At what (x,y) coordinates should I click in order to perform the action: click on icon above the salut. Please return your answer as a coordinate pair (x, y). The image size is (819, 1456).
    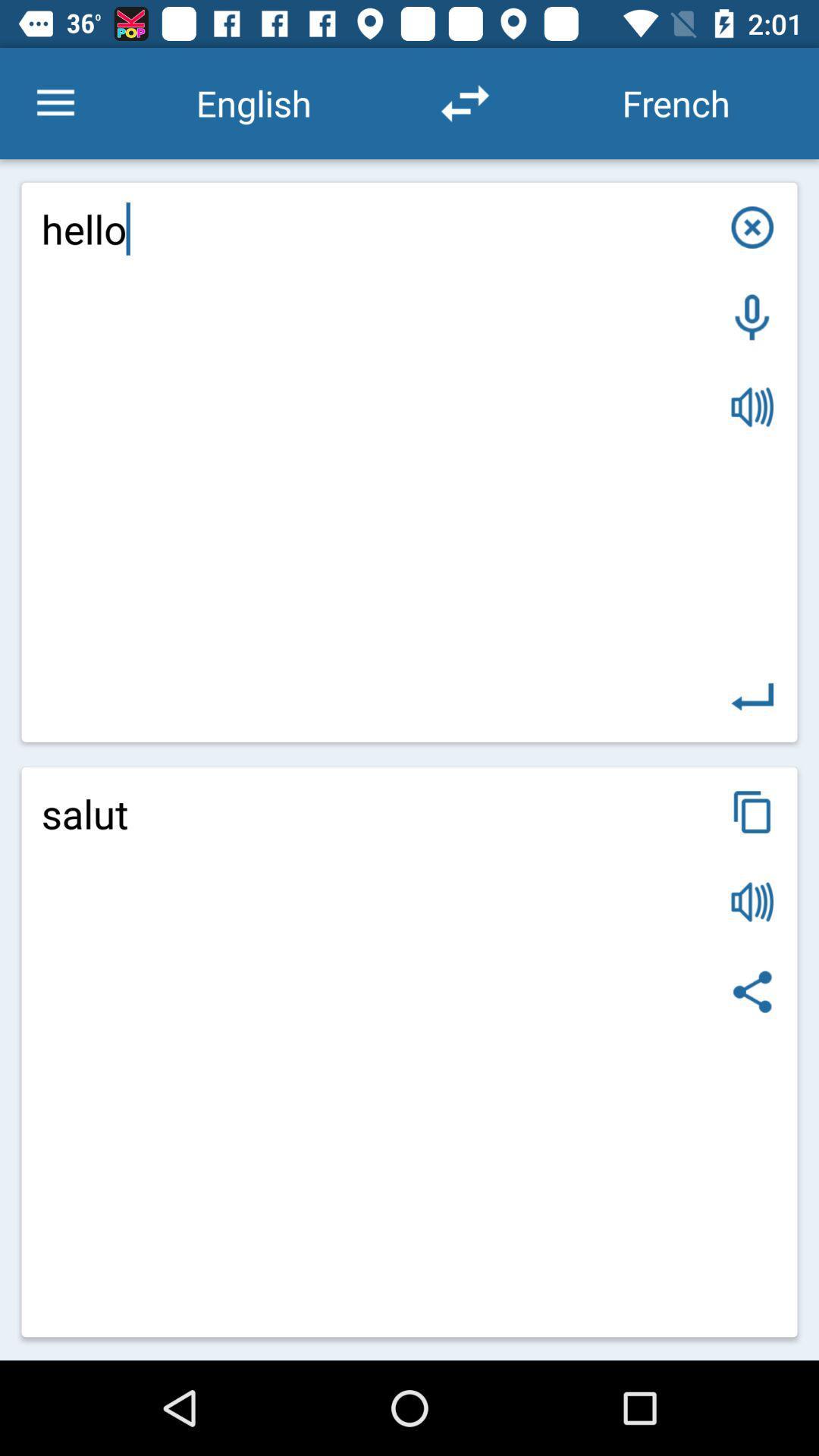
    Looking at the image, I should click on (752, 696).